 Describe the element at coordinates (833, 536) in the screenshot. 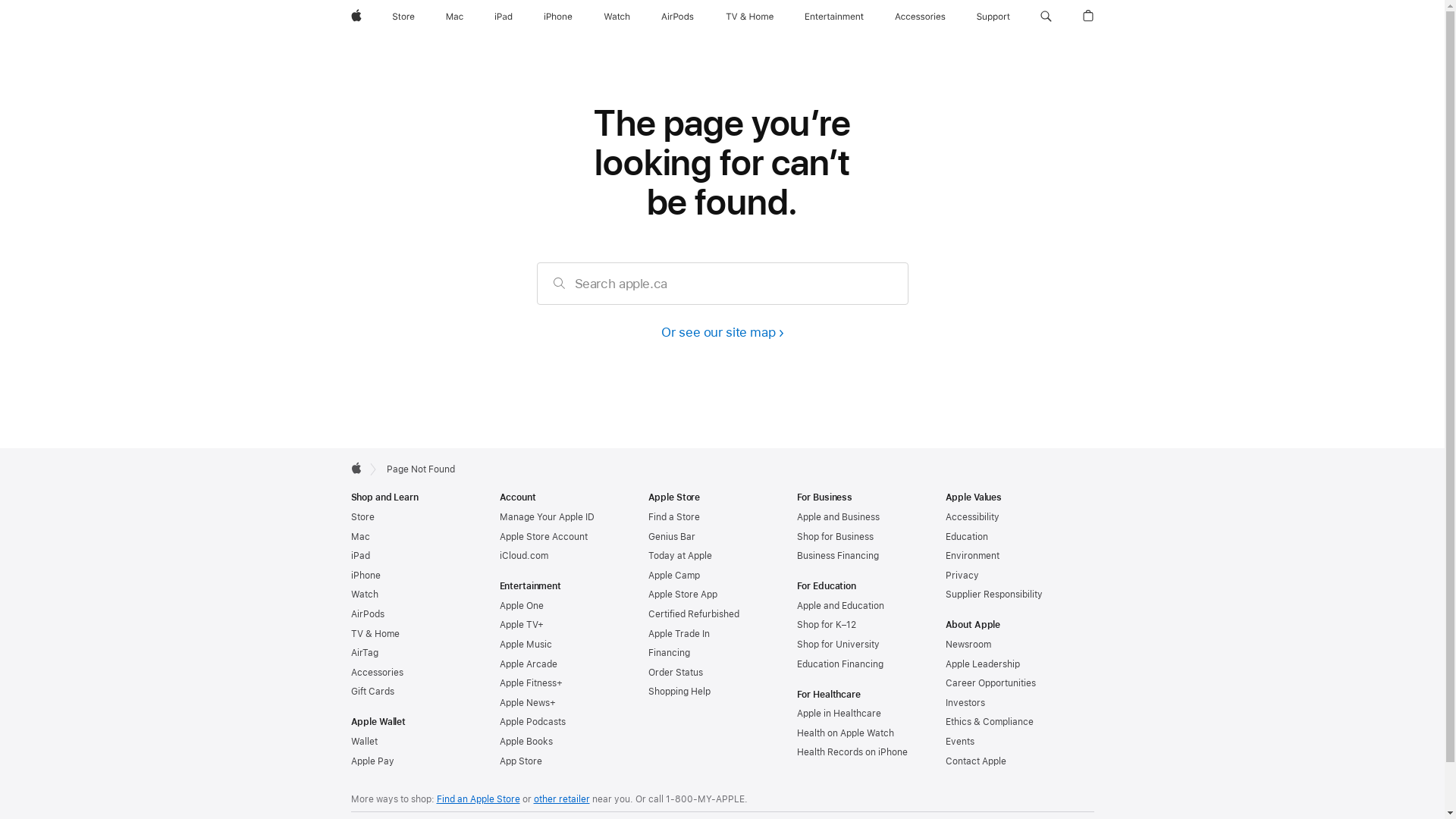

I see `'Shop for Business'` at that location.